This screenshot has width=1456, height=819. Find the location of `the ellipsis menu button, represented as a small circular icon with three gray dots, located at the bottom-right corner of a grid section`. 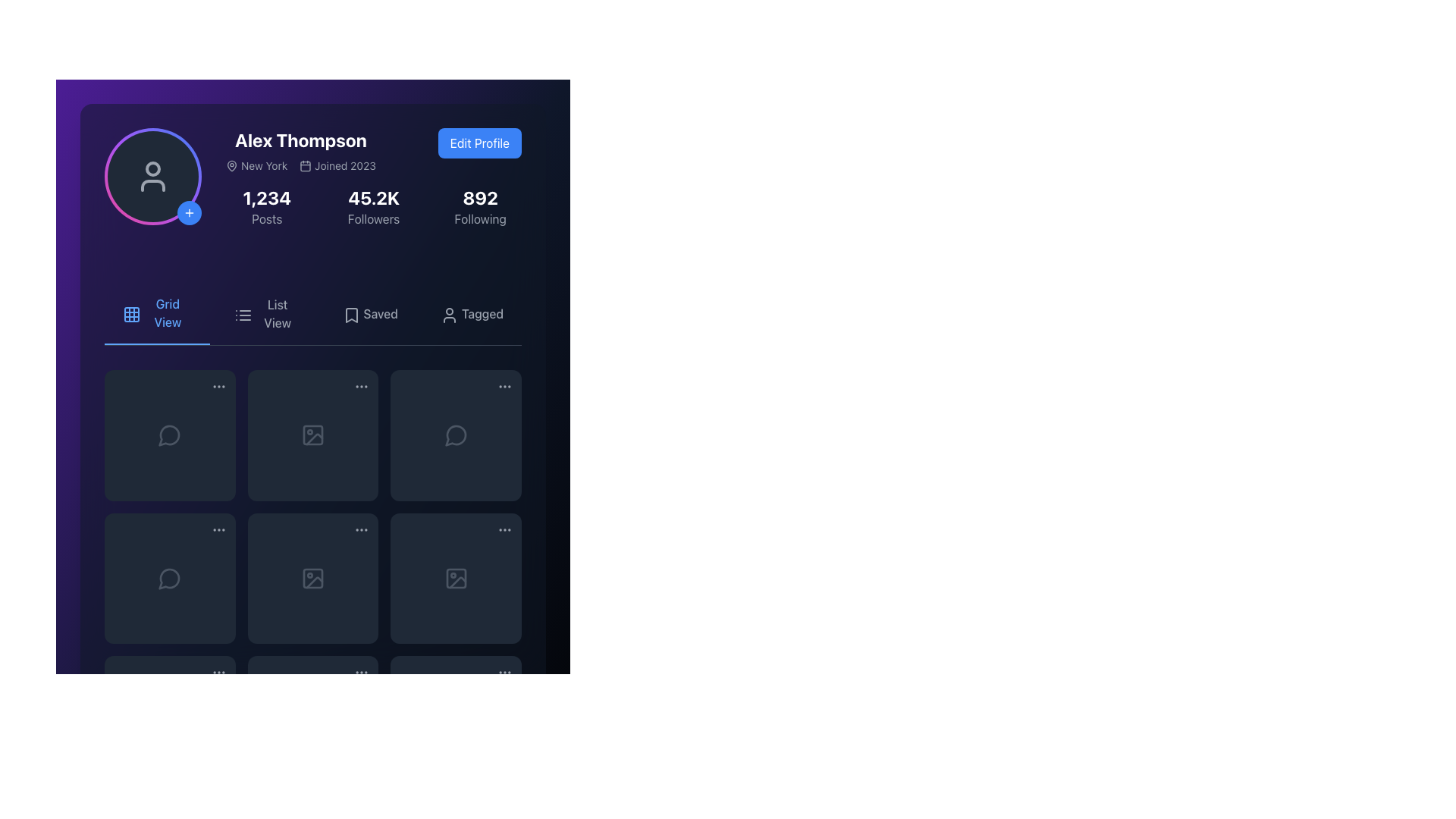

the ellipsis menu button, represented as a small circular icon with three gray dots, located at the bottom-right corner of a grid section is located at coordinates (218, 672).